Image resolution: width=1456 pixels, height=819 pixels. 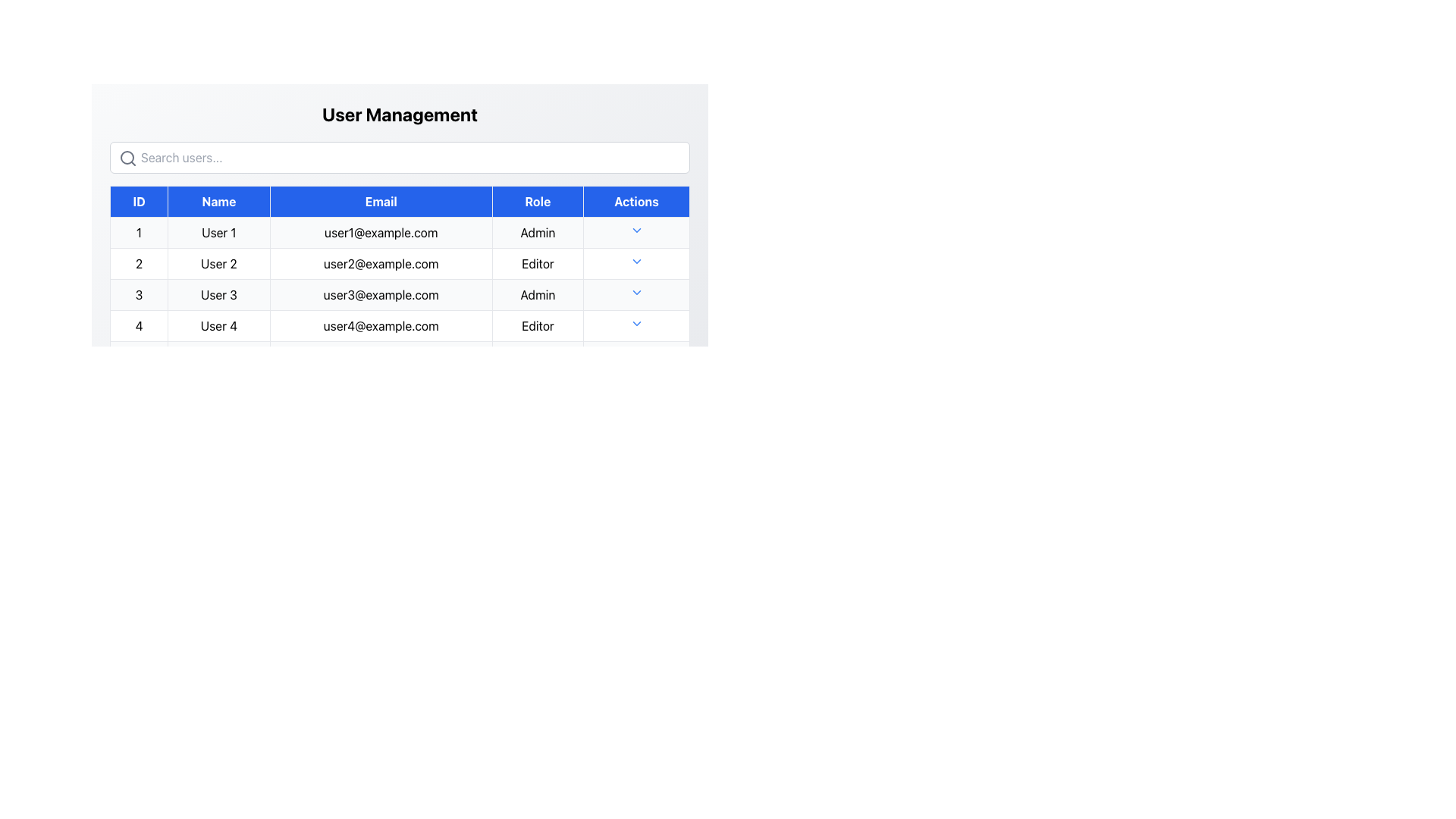 I want to click on the Table Header Cell for the 'ID' column, which is located in the top-left corner of the header row adjacent to the 'Name' header, so click(x=139, y=201).